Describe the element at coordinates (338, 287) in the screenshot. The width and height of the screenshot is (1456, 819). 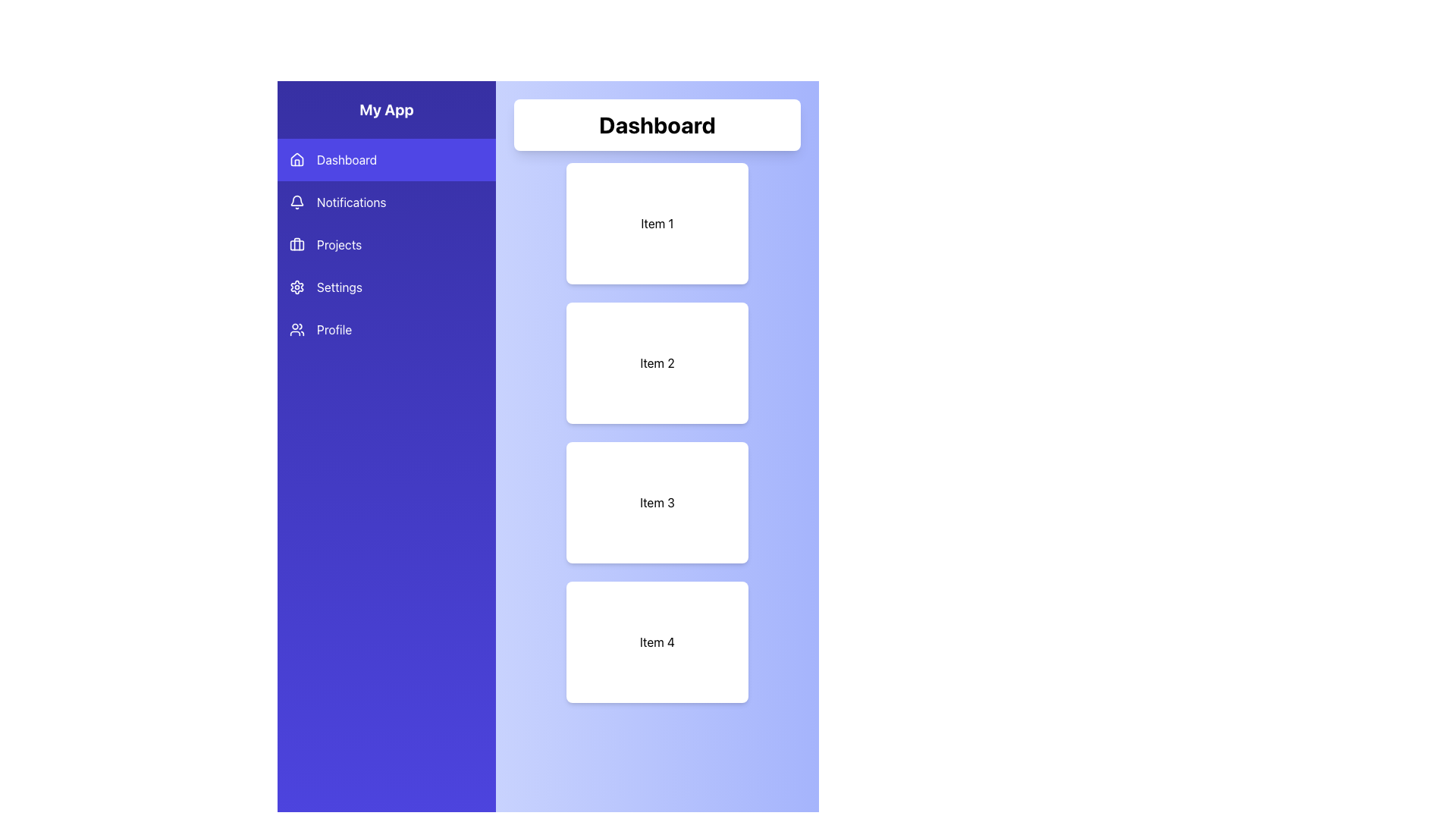
I see `the static text label that serves as a menu label for navigating to the settings section, positioned below 'Projects' and above 'Profile'` at that location.